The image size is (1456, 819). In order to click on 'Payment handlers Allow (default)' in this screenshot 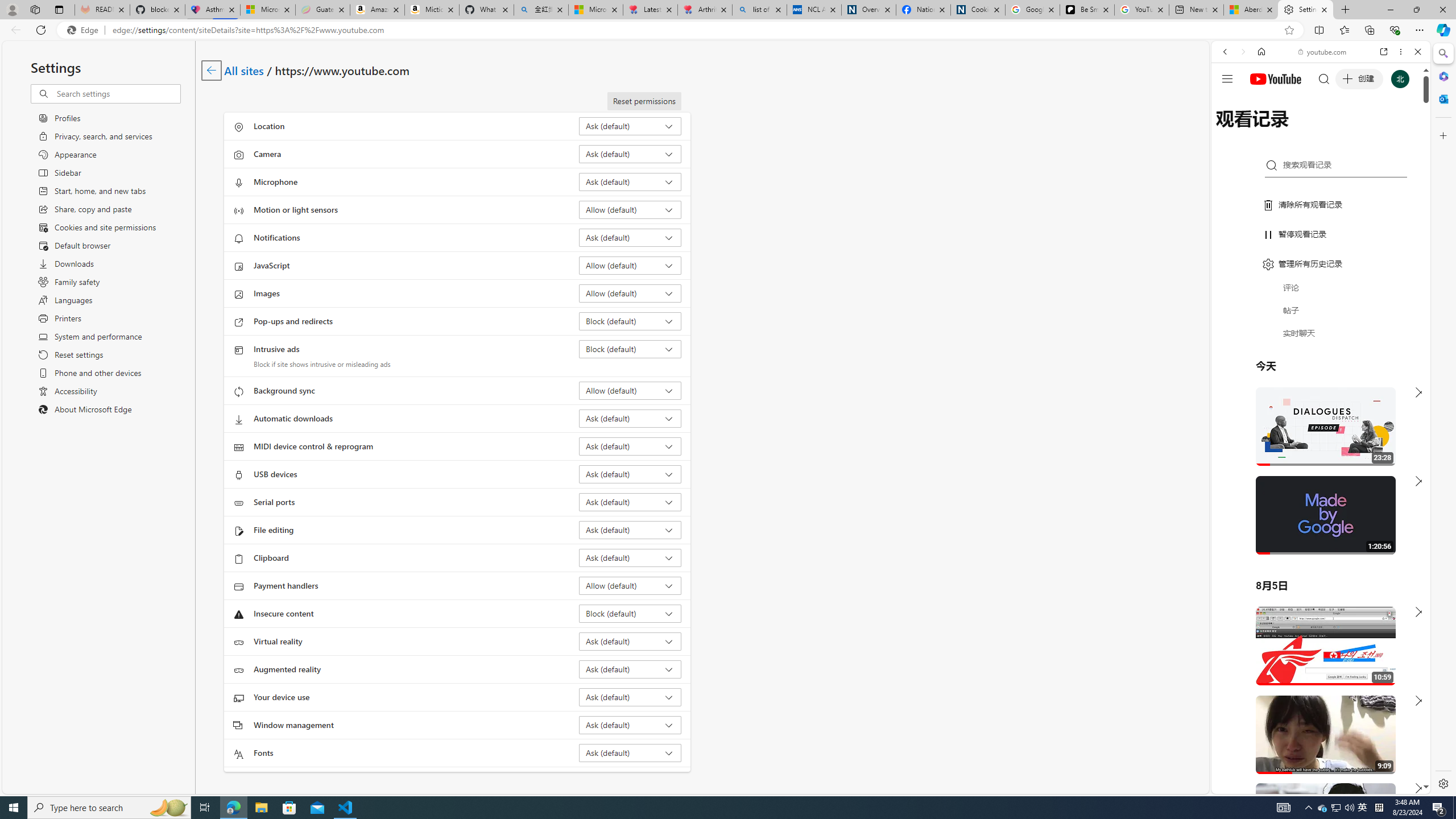, I will do `click(630, 585)`.